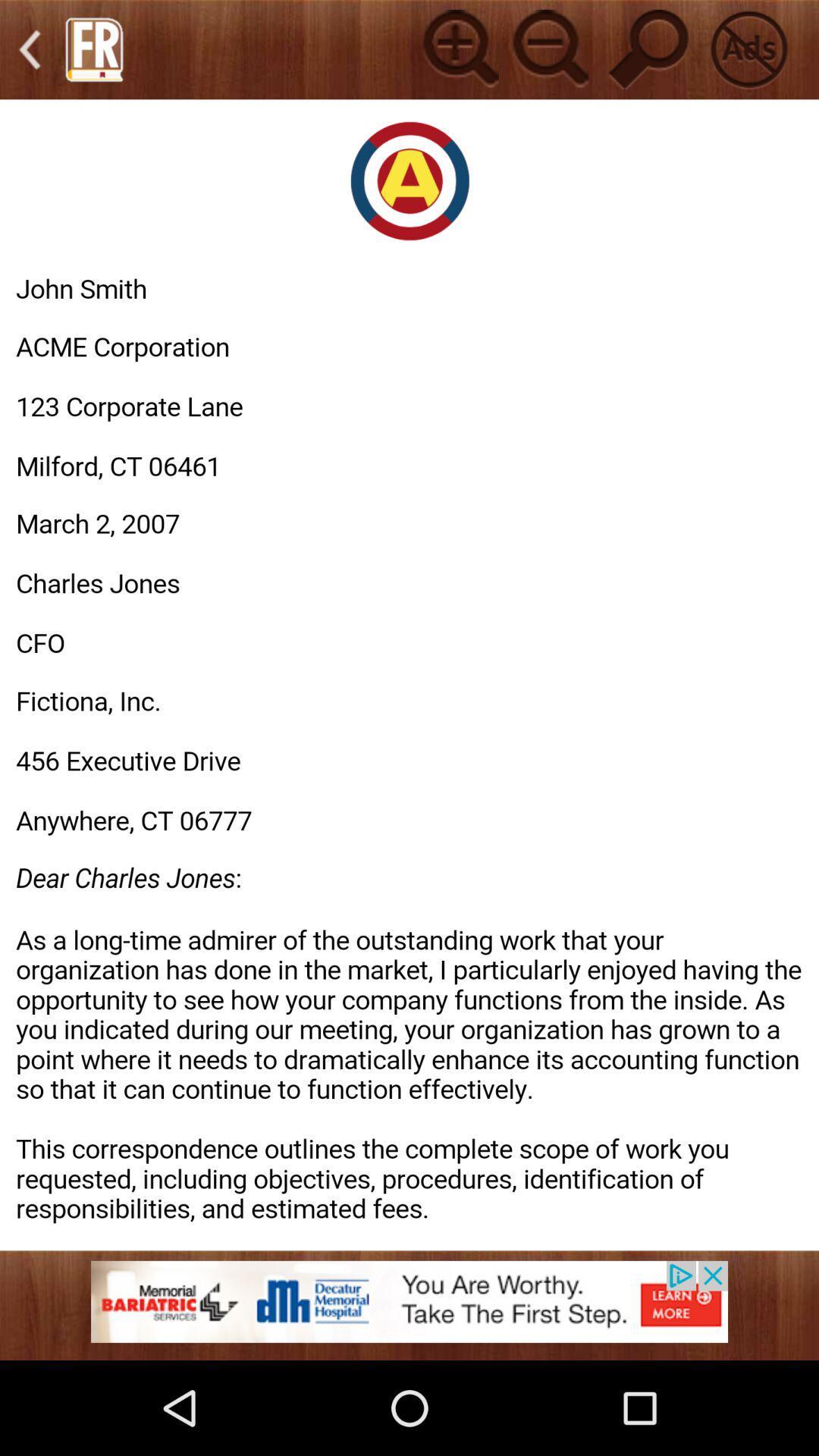  I want to click on previous, so click(30, 49).